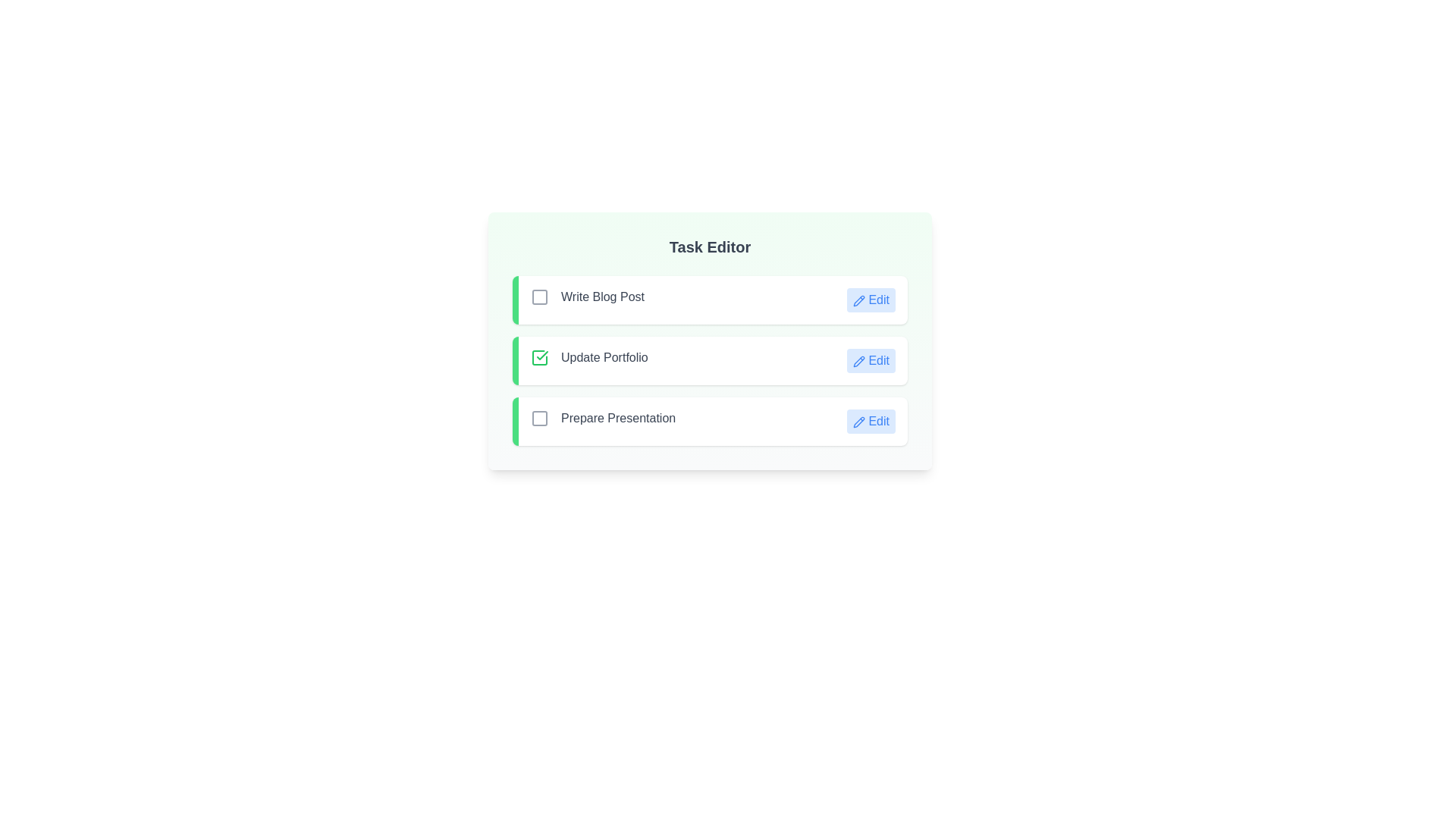  Describe the element at coordinates (871, 360) in the screenshot. I see `'Edit' button for the task 'Update Portfolio'` at that location.